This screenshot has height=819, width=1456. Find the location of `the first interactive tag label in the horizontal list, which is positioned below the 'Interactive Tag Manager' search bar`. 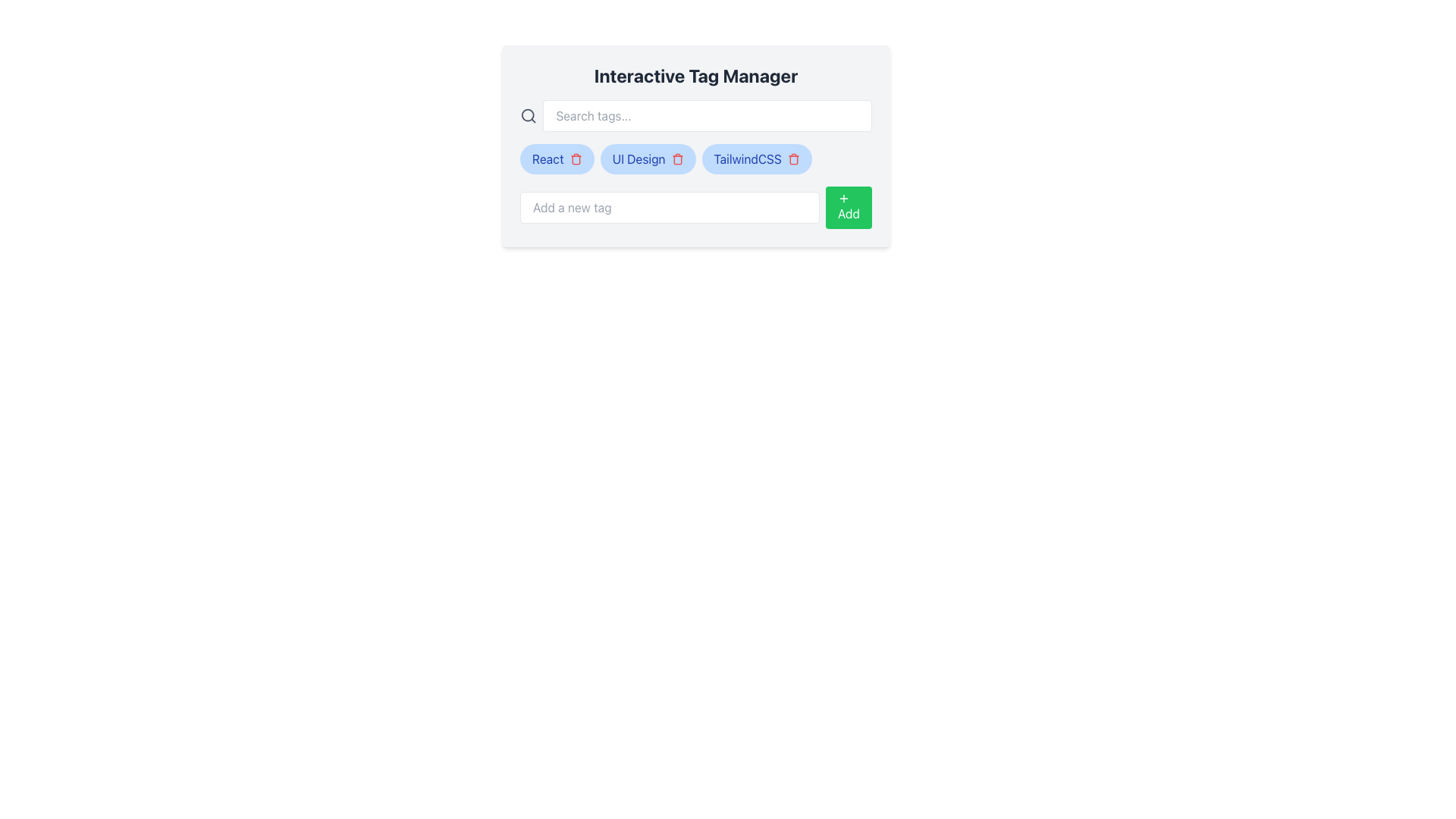

the first interactive tag label in the horizontal list, which is positioned below the 'Interactive Tag Manager' search bar is located at coordinates (556, 158).